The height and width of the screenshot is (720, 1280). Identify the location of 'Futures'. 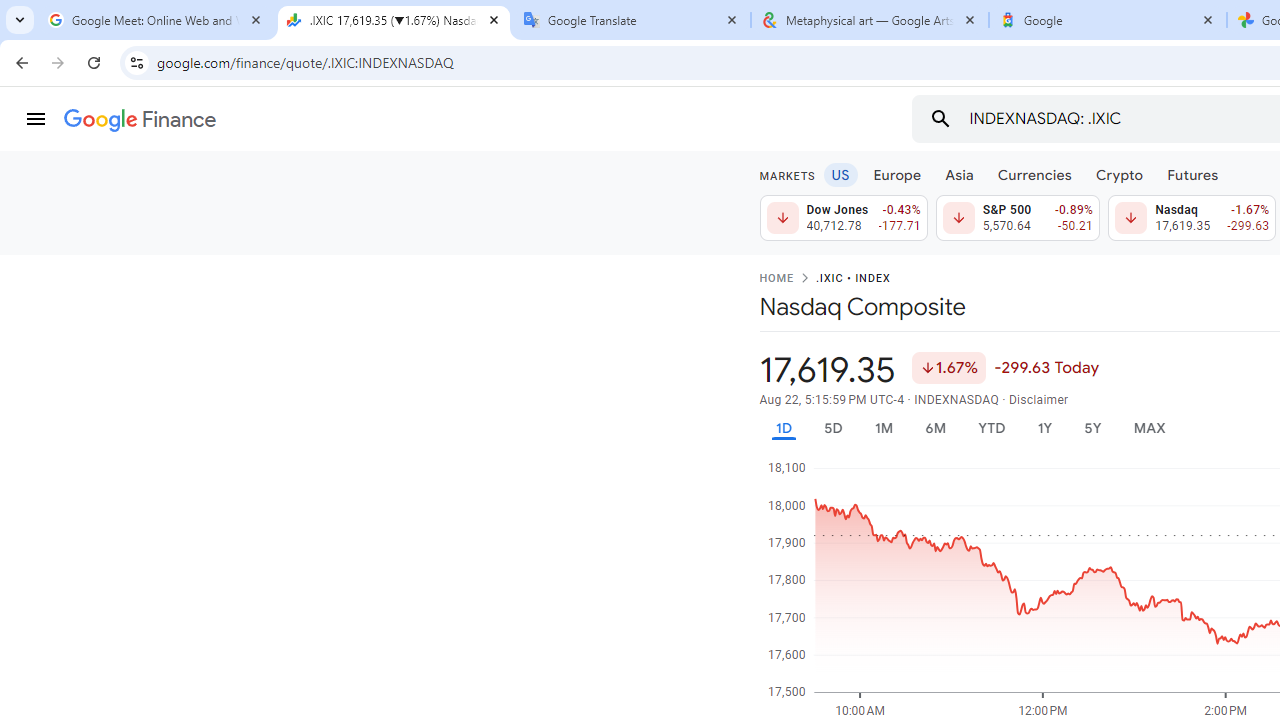
(1192, 173).